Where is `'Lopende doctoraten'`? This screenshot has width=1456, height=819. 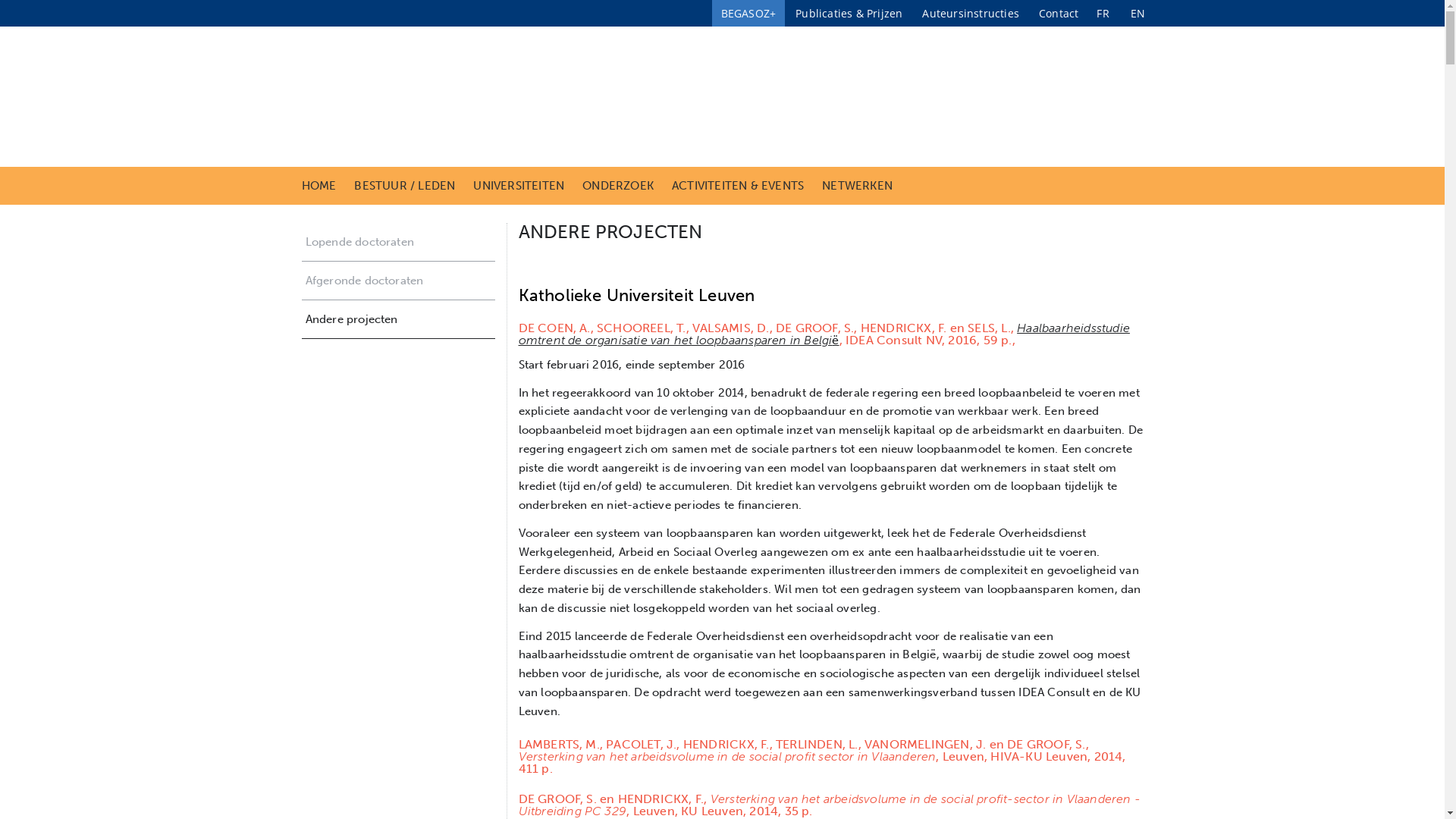 'Lopende doctoraten' is located at coordinates (302, 241).